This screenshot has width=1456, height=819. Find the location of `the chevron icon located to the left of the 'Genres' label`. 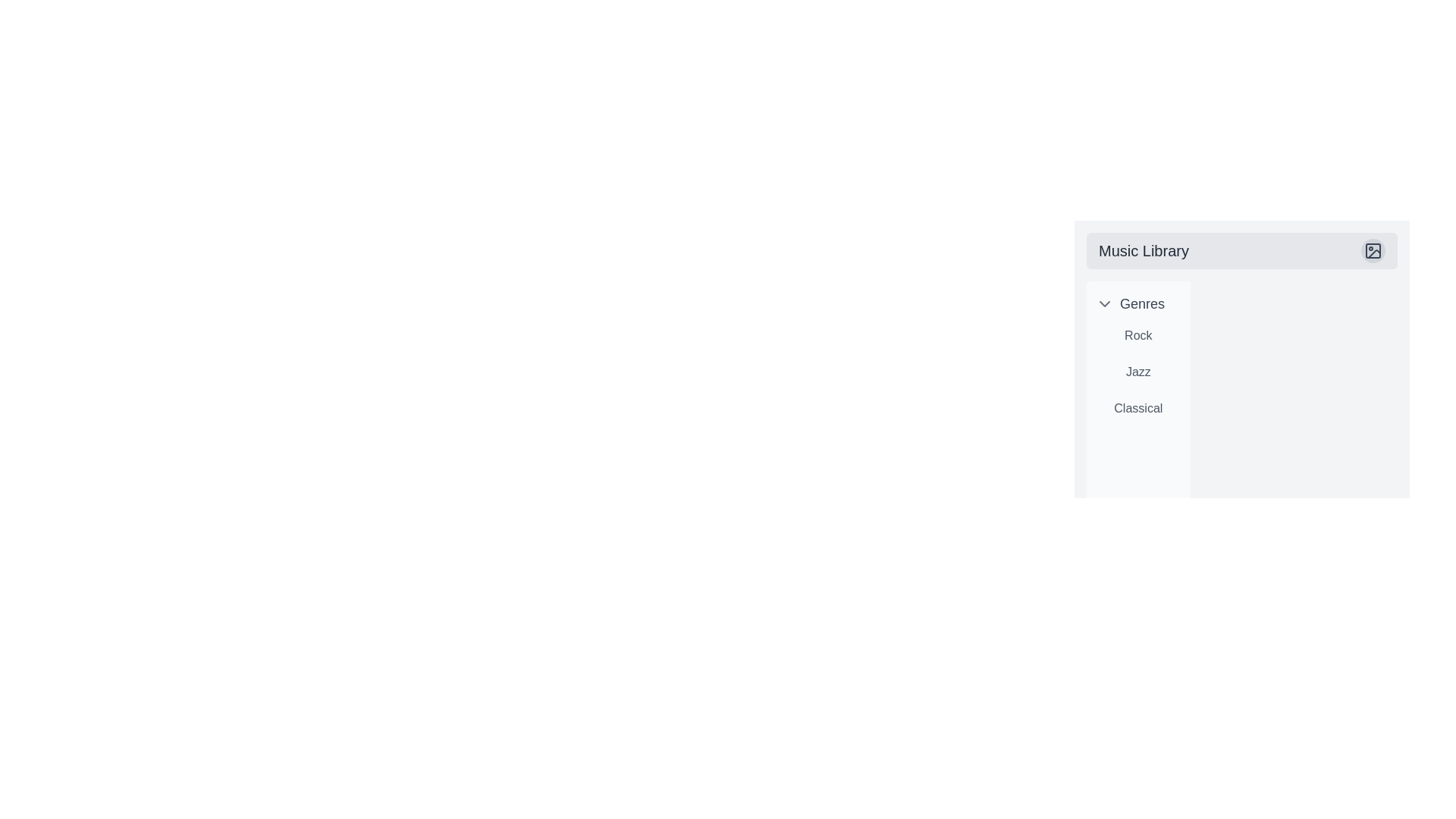

the chevron icon located to the left of the 'Genres' label is located at coordinates (1105, 304).